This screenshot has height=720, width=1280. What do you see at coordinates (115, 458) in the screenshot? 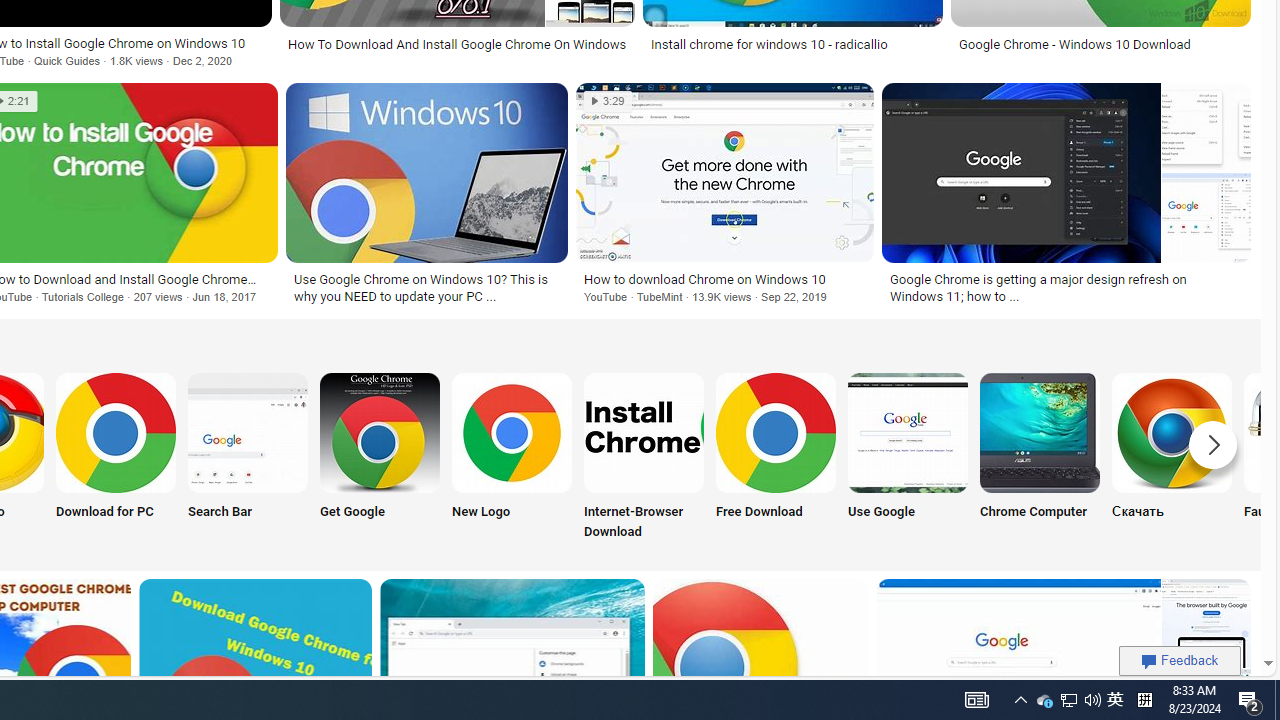
I see `'Chrome Download for PC Download for PC'` at bounding box center [115, 458].